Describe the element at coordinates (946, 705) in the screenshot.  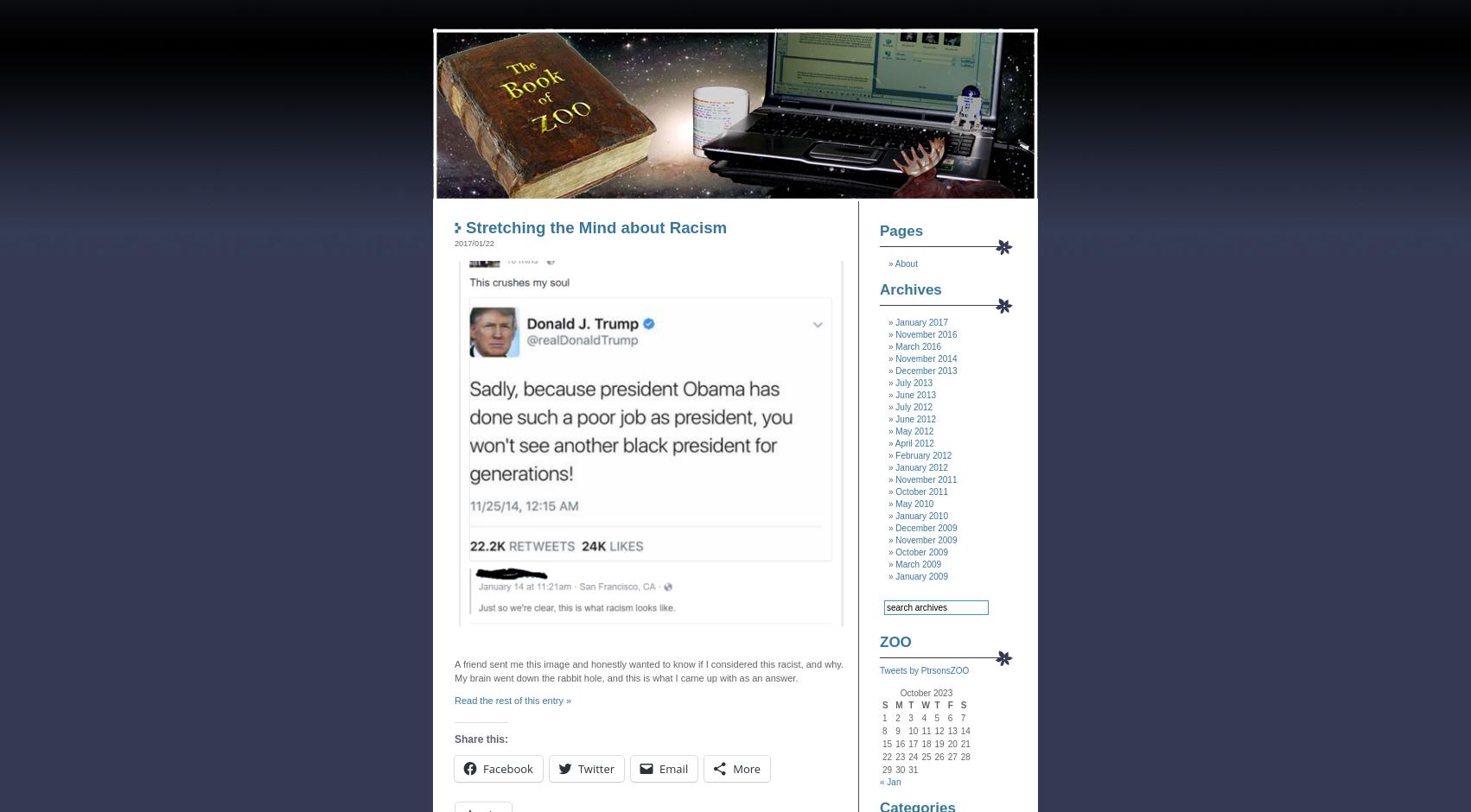
I see `'F'` at that location.